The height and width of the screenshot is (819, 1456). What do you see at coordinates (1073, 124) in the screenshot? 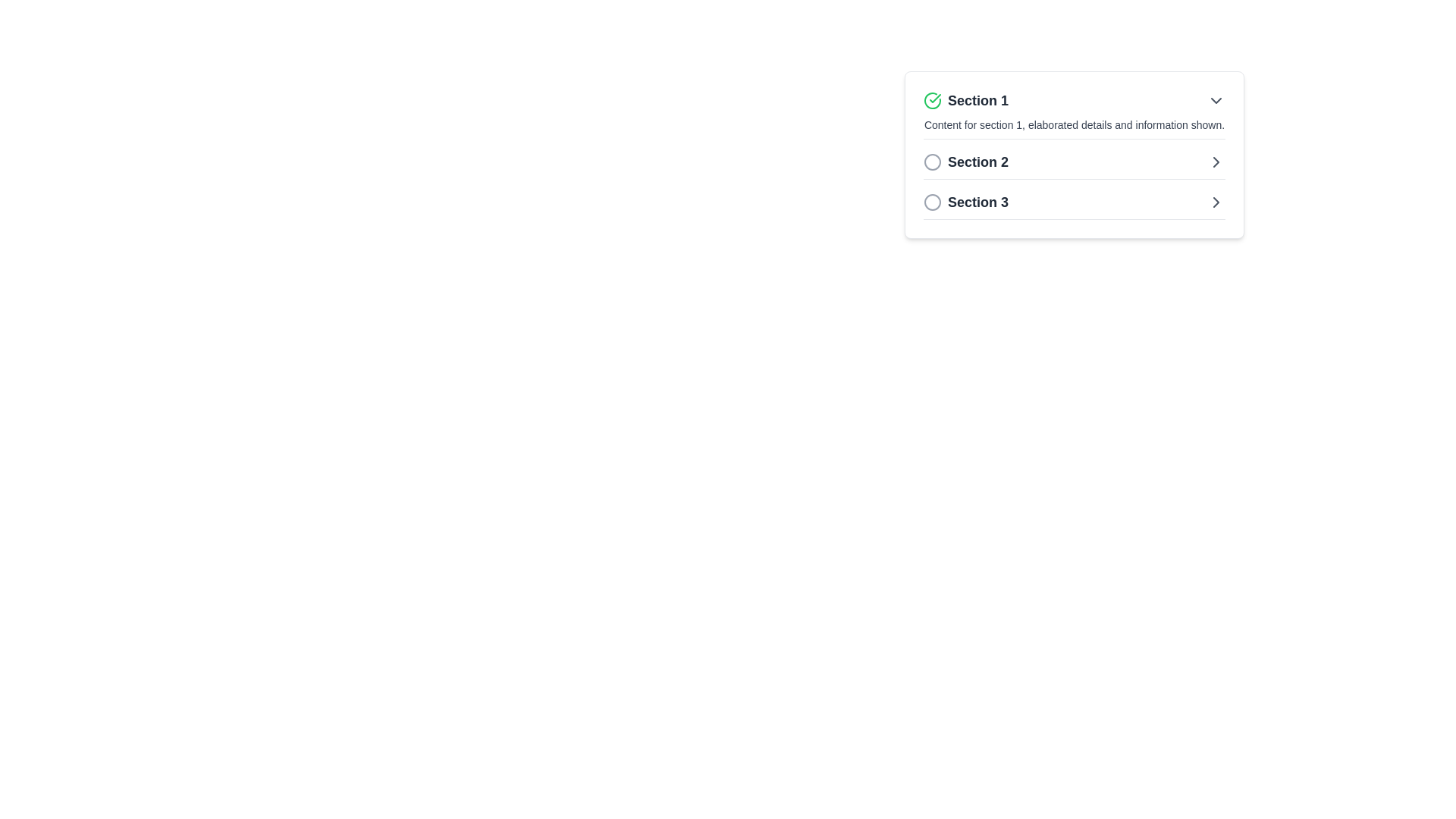
I see `the static text paragraph located directly below the heading 'Section 1' in the collapsible group, which provides descriptive content about the section` at bounding box center [1073, 124].